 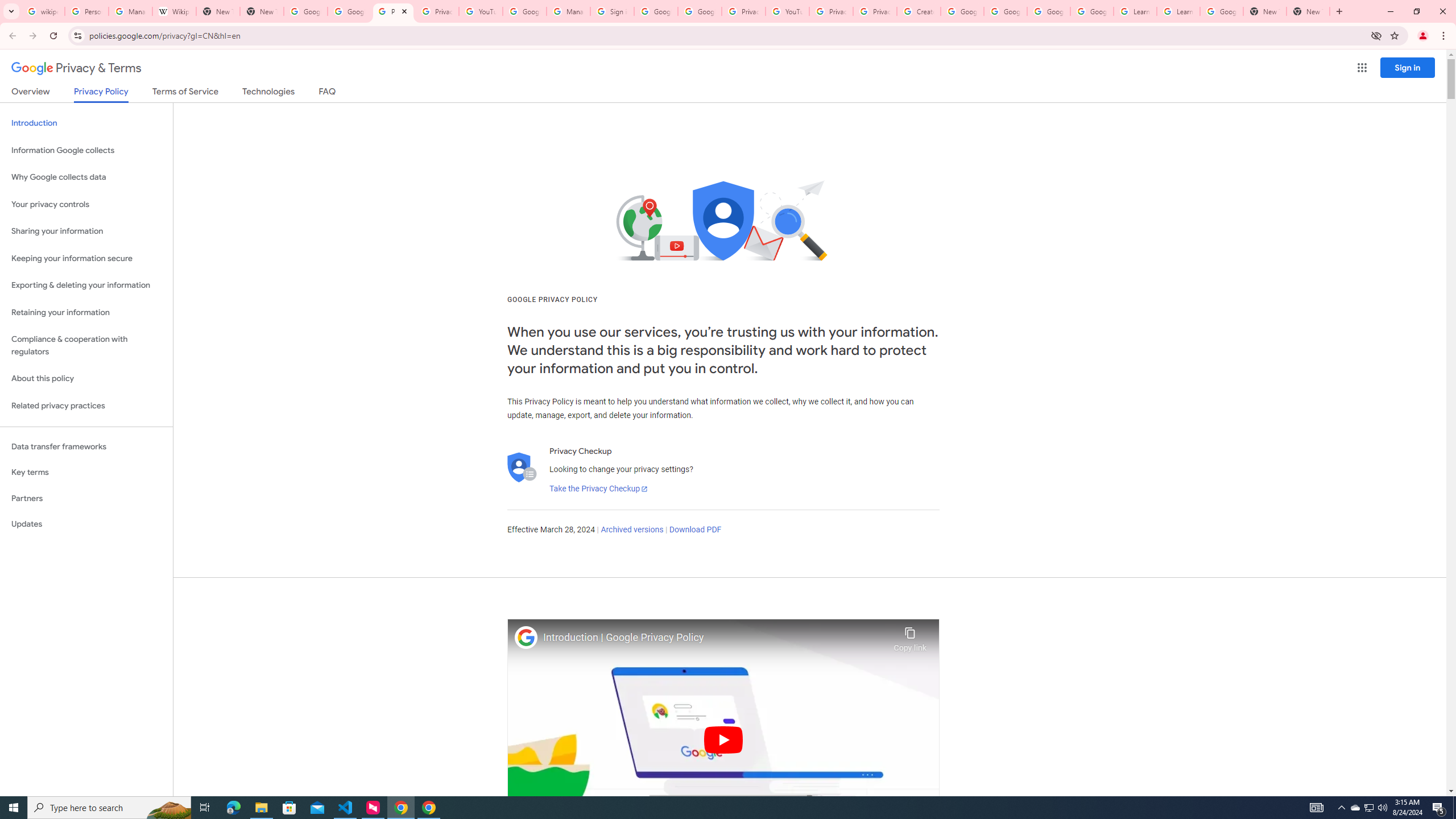 I want to click on 'Take the Privacy Checkup', so click(x=598, y=488).